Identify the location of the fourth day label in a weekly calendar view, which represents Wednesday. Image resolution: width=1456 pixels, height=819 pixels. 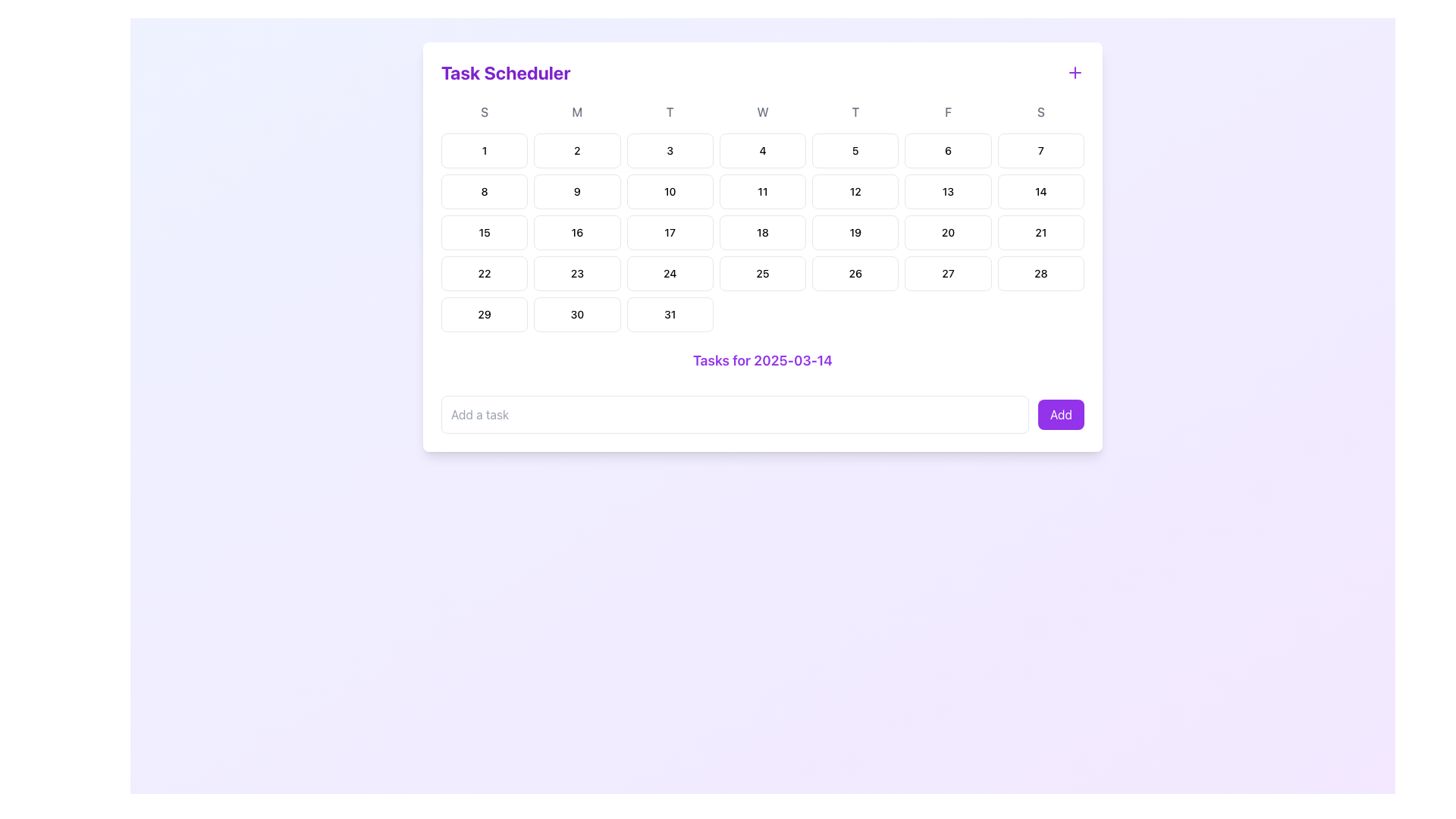
(763, 111).